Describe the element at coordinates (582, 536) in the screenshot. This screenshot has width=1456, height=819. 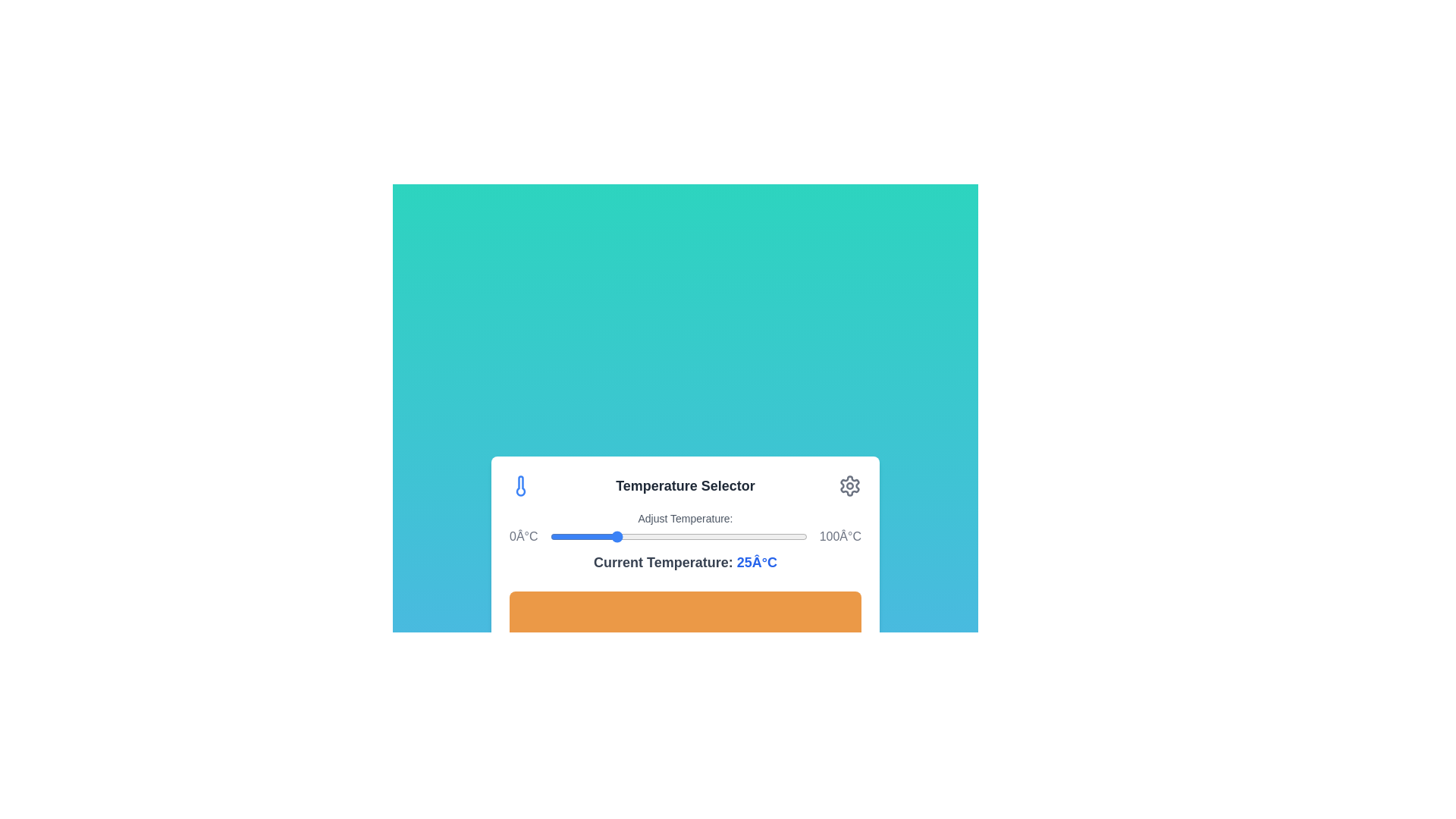
I see `the temperature to 13°C by moving the slider` at that location.